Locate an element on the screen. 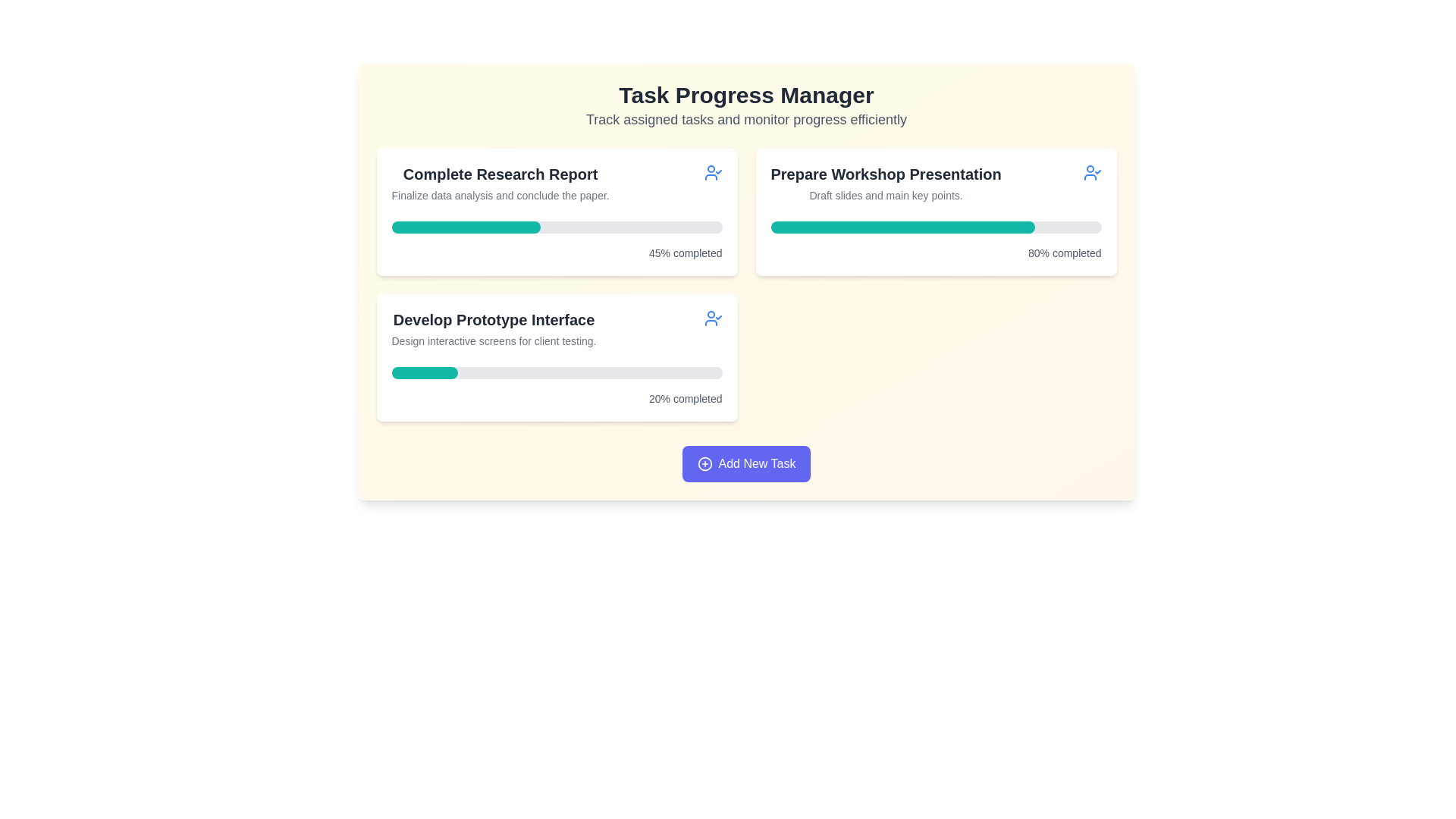  the text block containing the heading 'Develop Prototype Interface' and subtext 'Design interactive screens for client testing' is located at coordinates (556, 328).